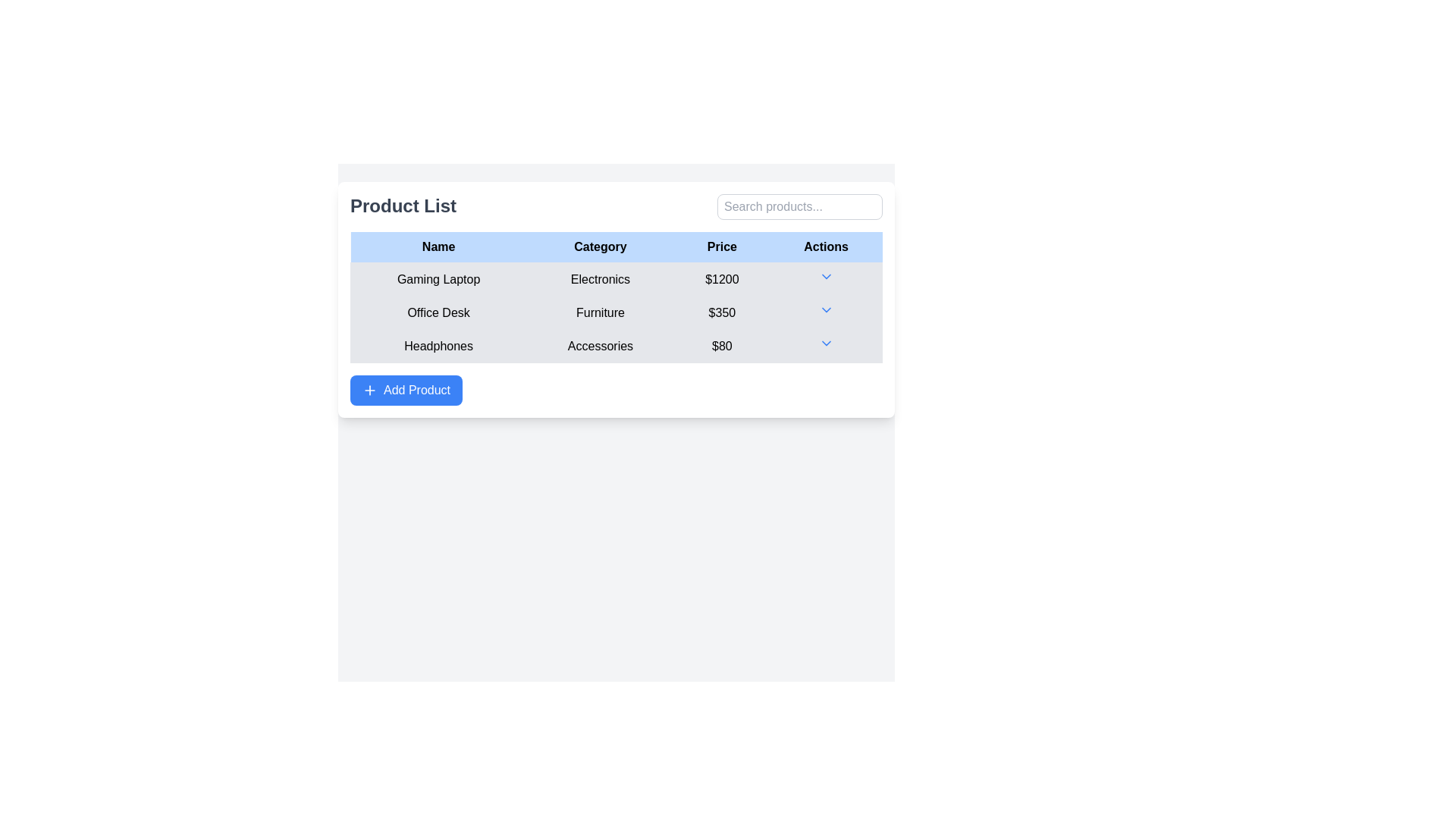 The image size is (1456, 819). I want to click on the chevron icon of the dropdown toggle button located in the 'Actions' column of the second row in the product details table, which is to the right of the 'Price' column for the product priced at '$350' in the 'Furniture' category, so click(825, 309).